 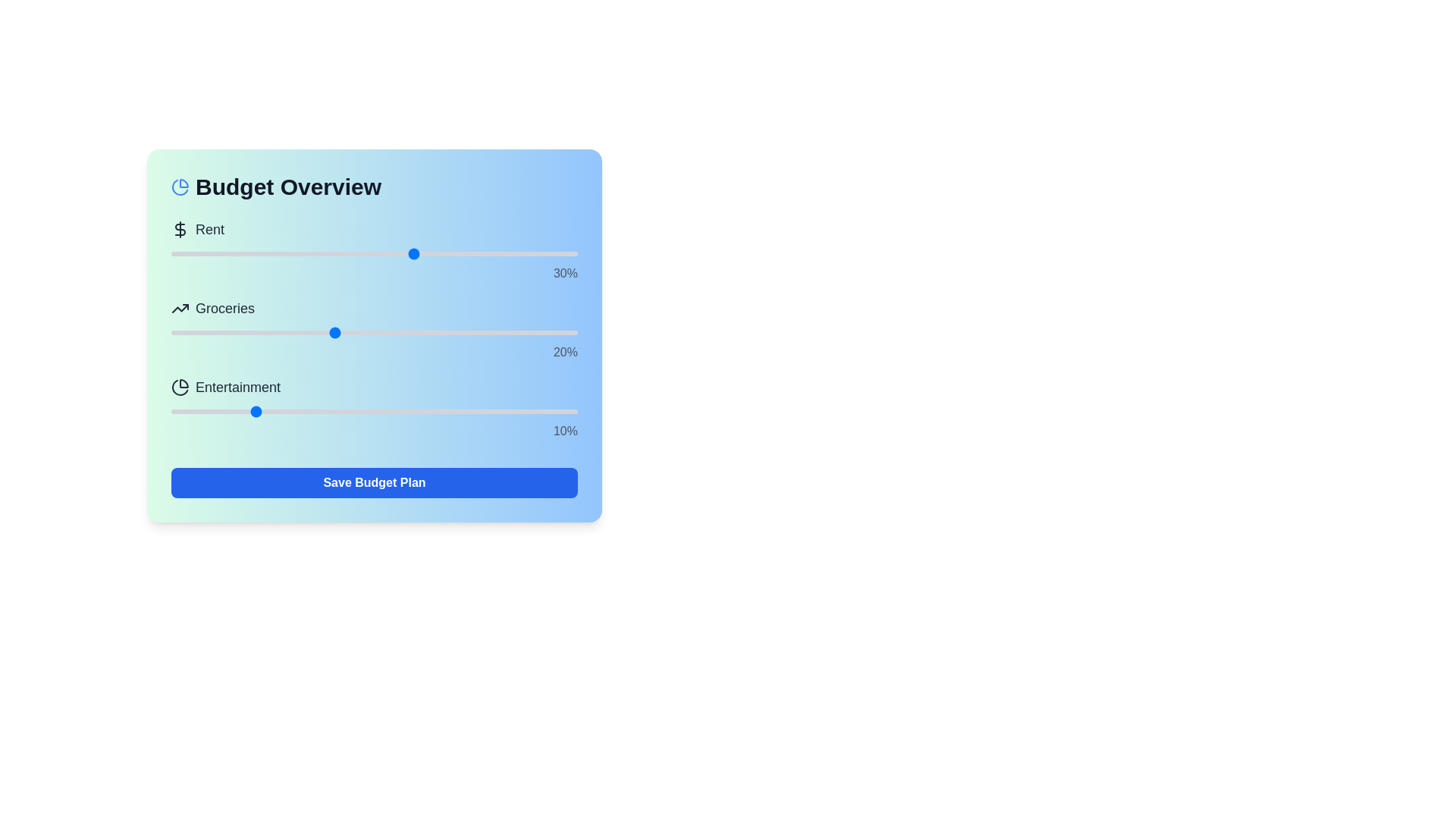 I want to click on the 'Entertainment' slider, so click(x=227, y=412).